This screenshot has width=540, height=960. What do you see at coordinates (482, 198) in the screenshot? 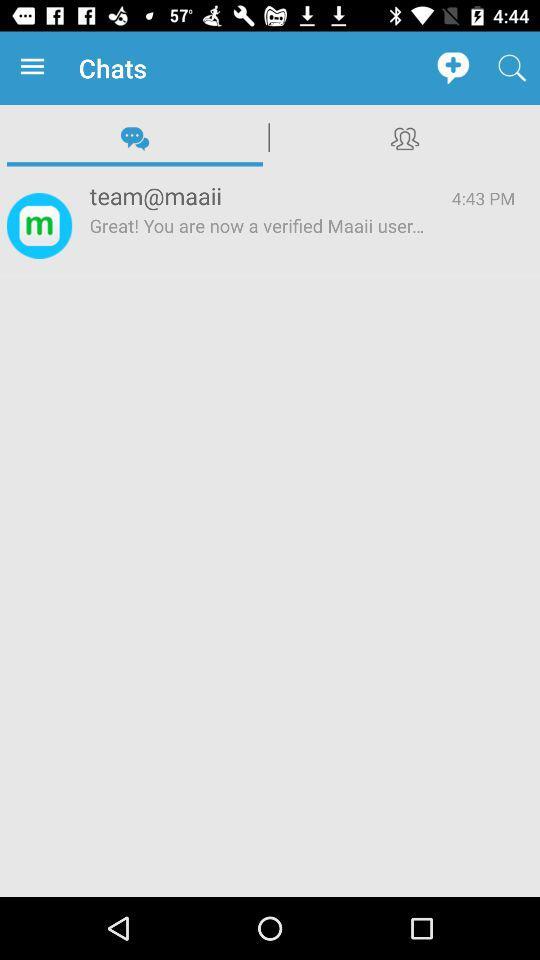
I see `icon next to the team@maaii app` at bounding box center [482, 198].